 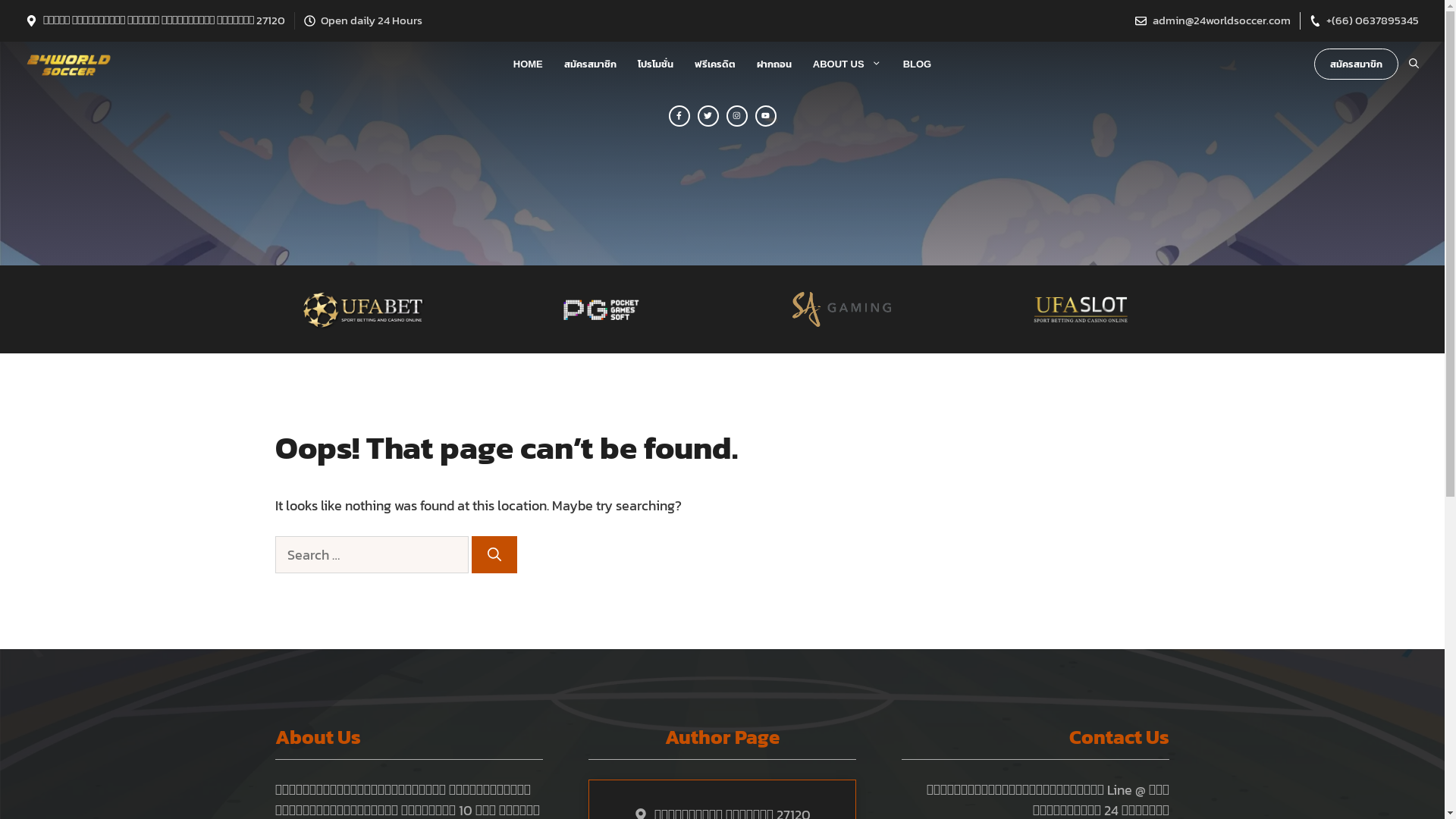 I want to click on 'SA_Gaming_logo_B.457x163', so click(x=840, y=309).